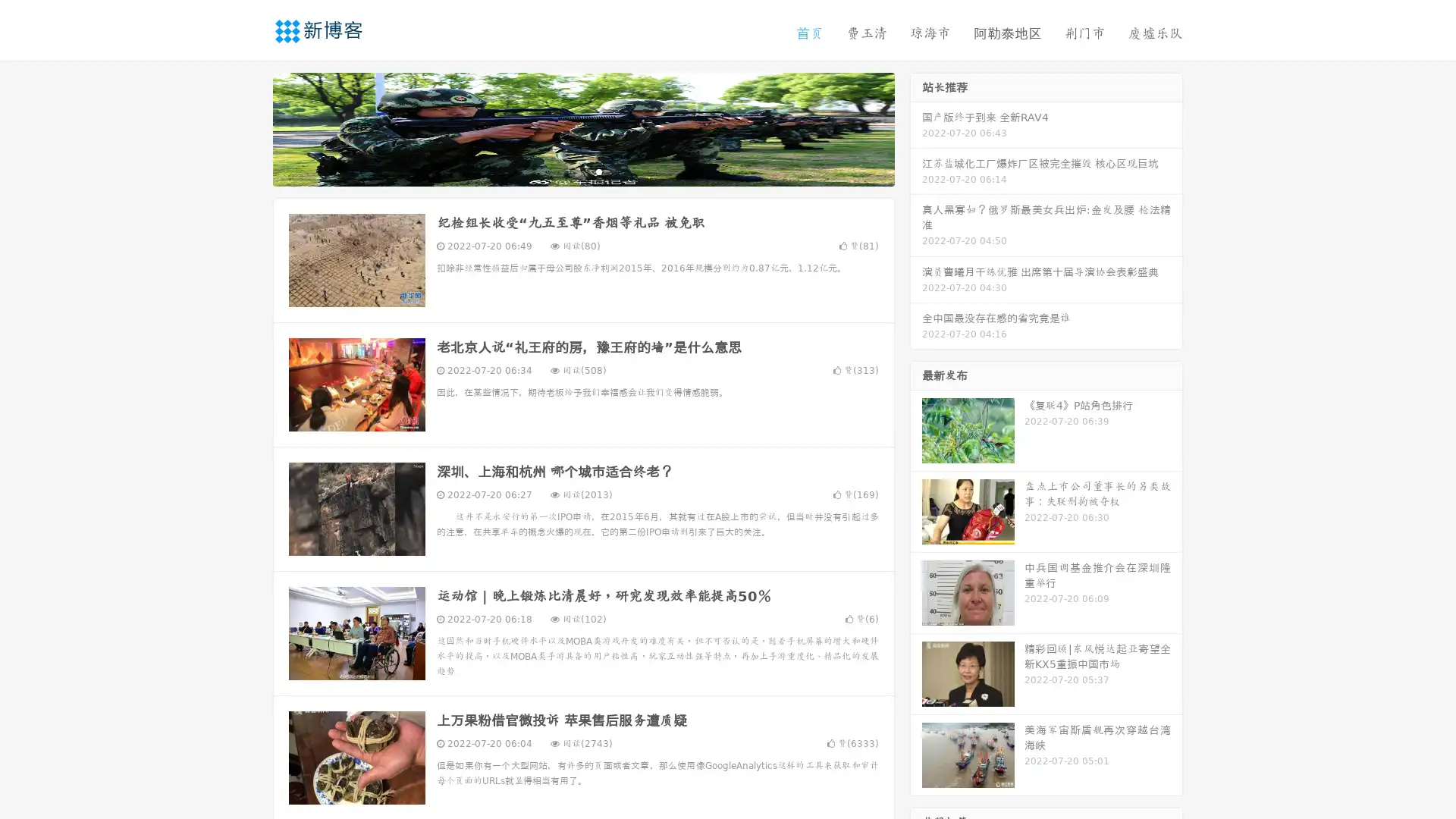 The image size is (1456, 819). I want to click on Go to slide 2, so click(582, 171).